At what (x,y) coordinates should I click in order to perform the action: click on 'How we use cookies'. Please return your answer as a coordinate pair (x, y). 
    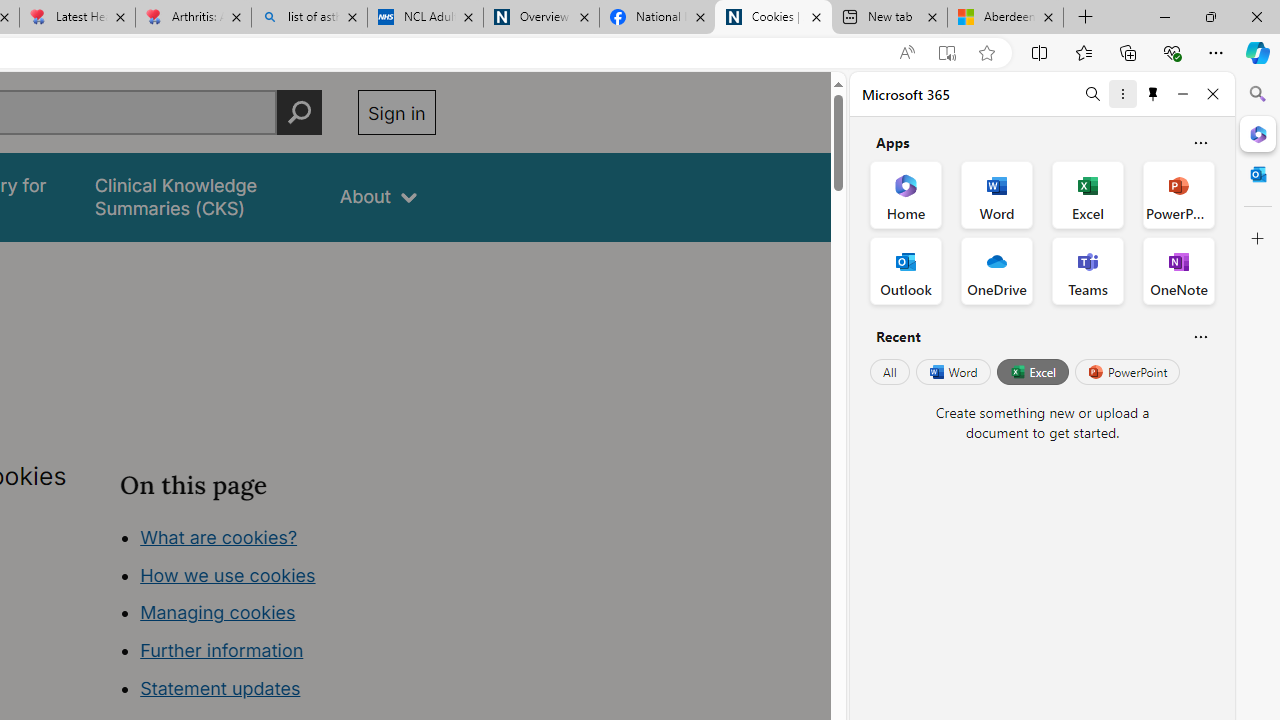
    Looking at the image, I should click on (227, 574).